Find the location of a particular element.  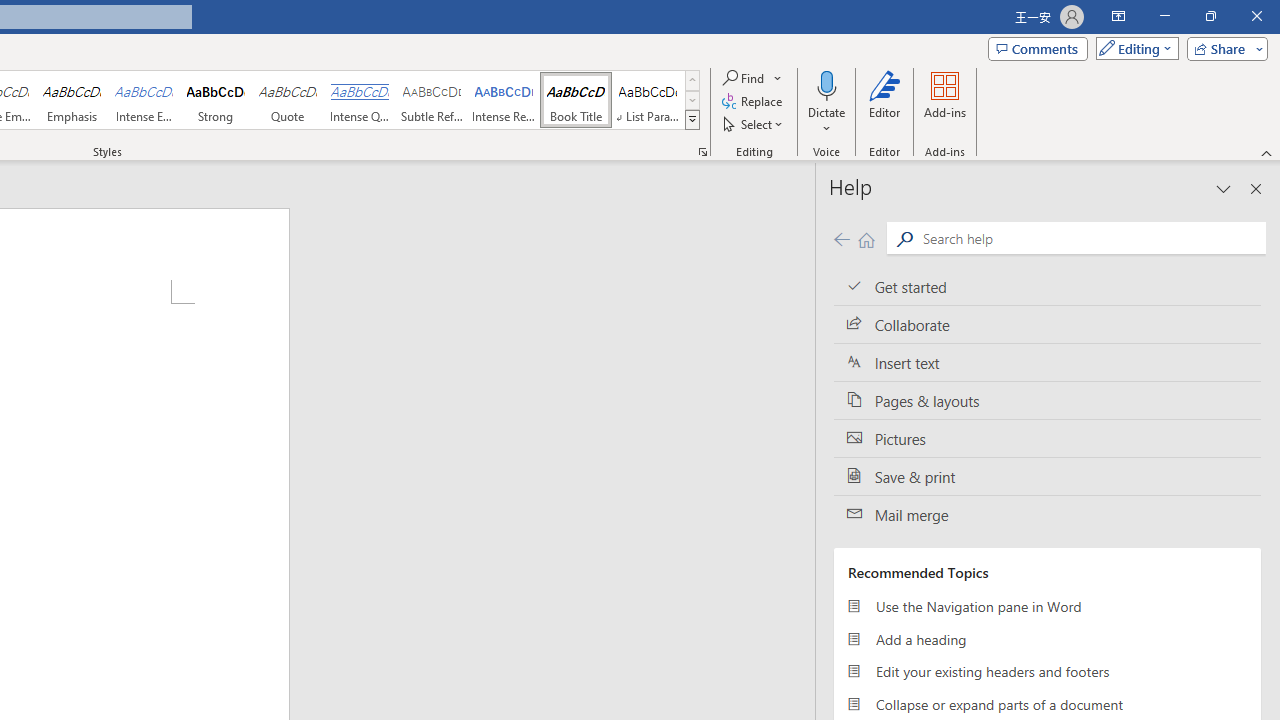

'Replace...' is located at coordinates (752, 101).